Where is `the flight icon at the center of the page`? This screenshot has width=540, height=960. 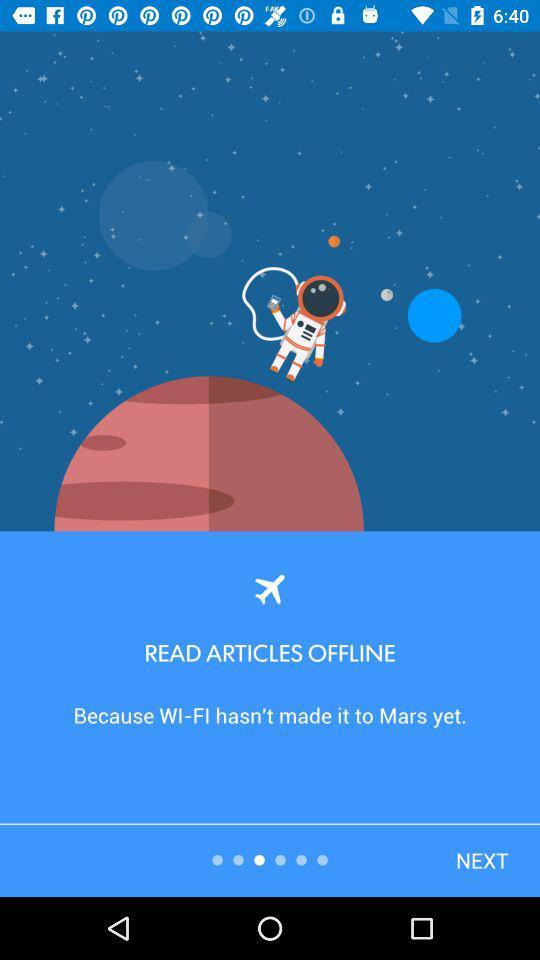
the flight icon at the center of the page is located at coordinates (270, 588).